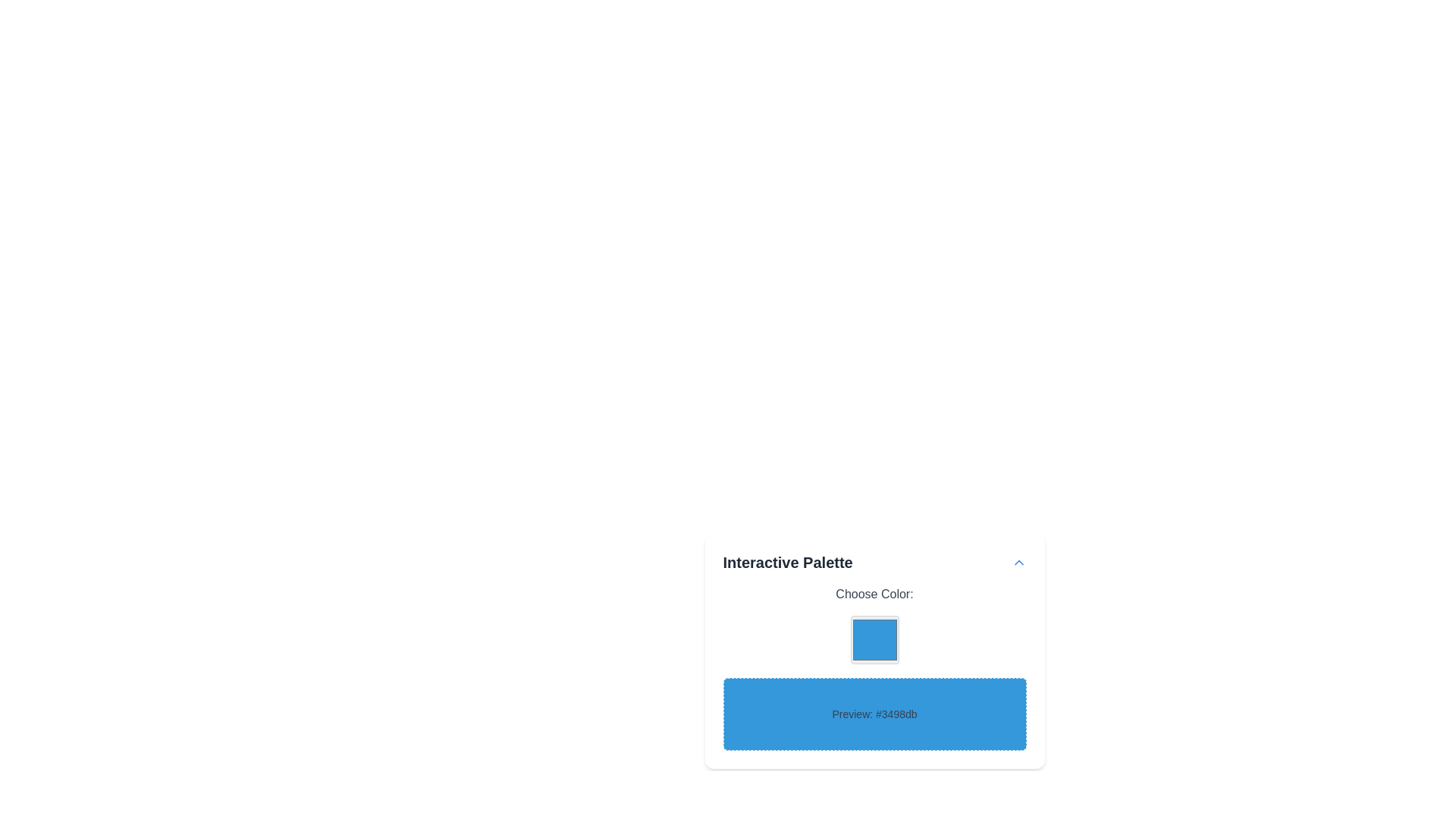 The image size is (1456, 819). I want to click on the color display box in the Interactive color selection component, so click(874, 667).